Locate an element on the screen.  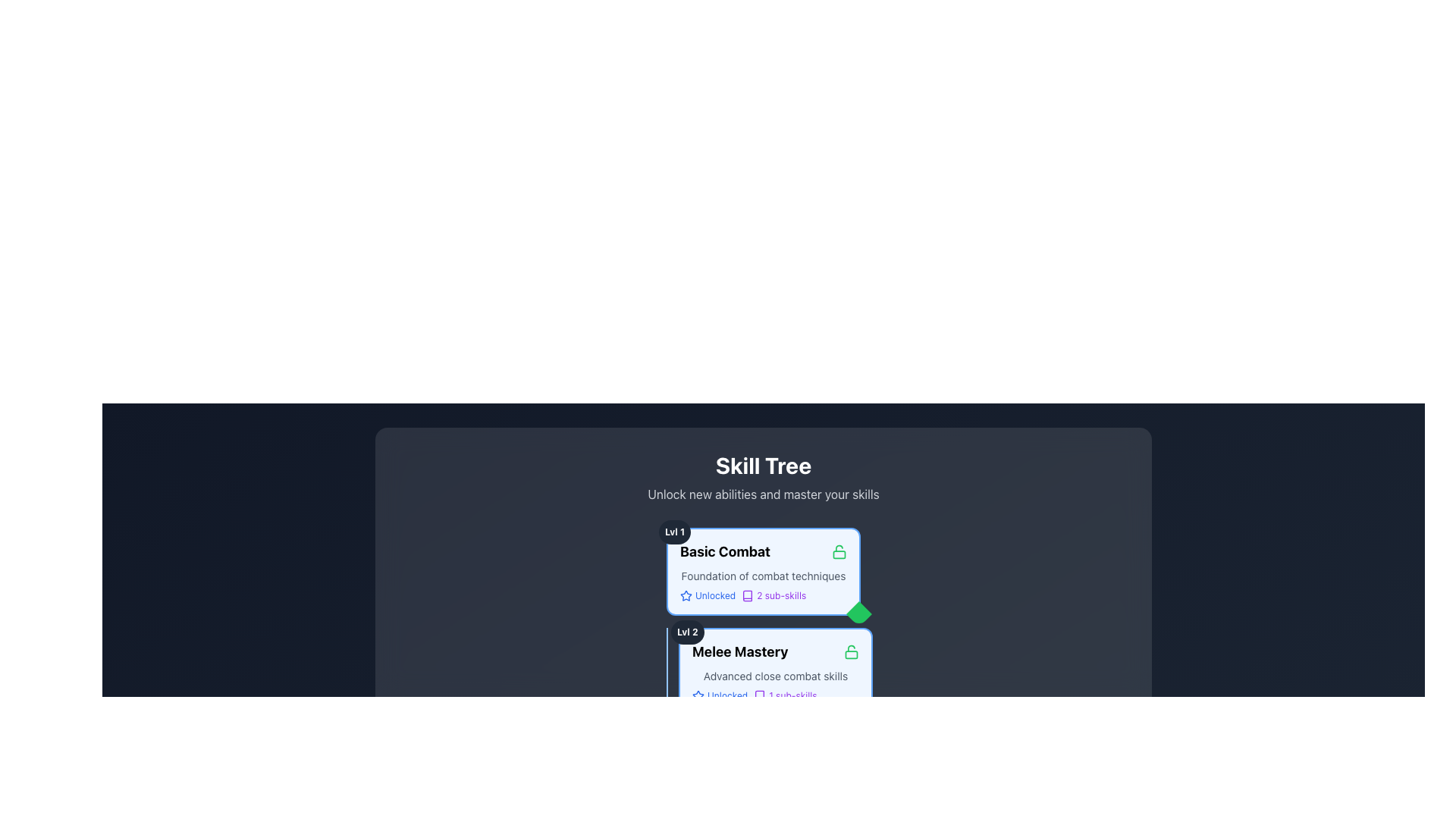
rounded-corner rectangle inside the lock icon of the 'Basic Combat' skill, indicating that the skill is locked or unavailable is located at coordinates (839, 554).